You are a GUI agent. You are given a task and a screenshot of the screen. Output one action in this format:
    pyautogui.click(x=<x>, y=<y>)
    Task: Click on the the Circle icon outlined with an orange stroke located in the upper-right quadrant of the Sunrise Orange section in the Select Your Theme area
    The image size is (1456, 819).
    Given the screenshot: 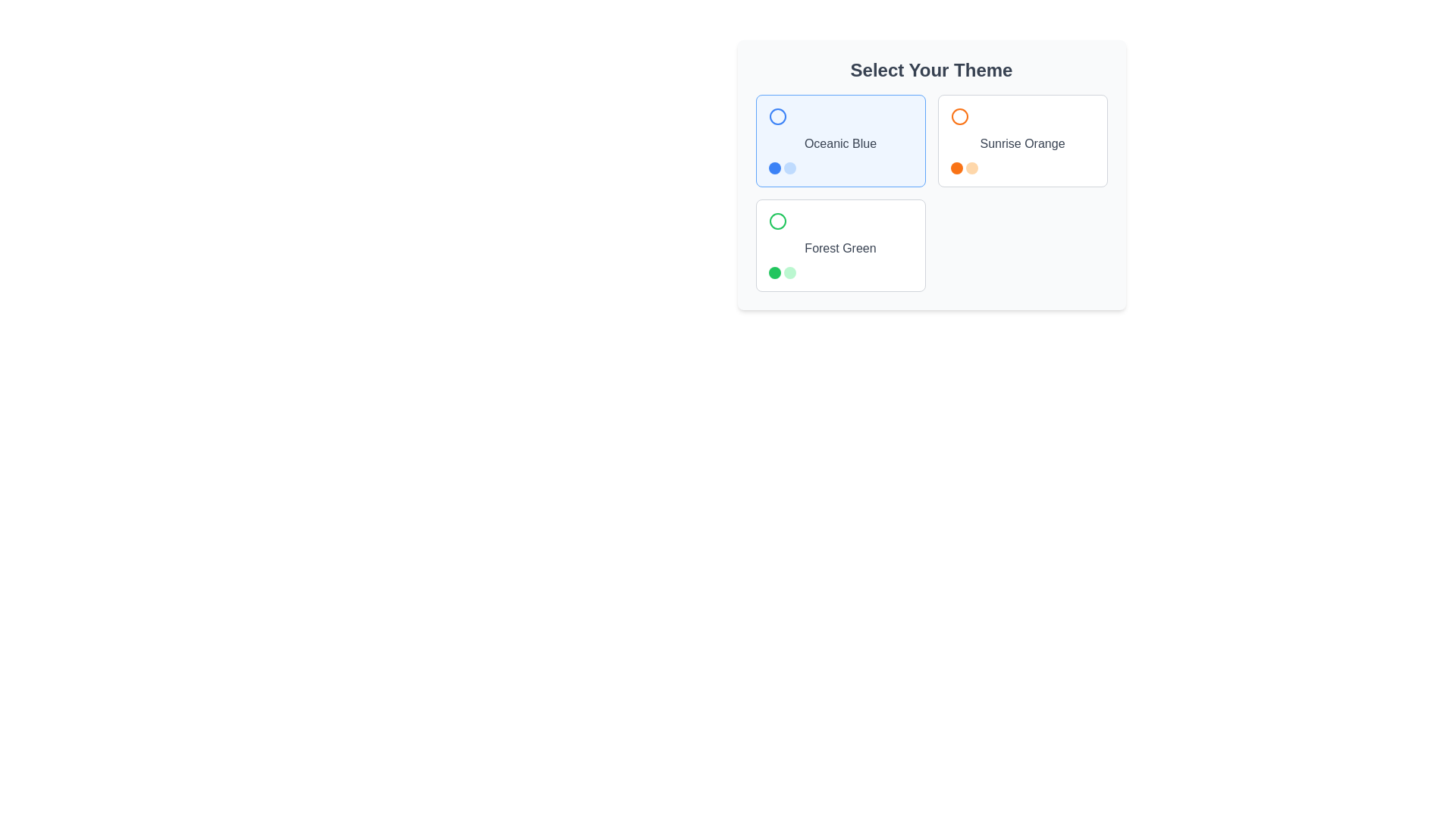 What is the action you would take?
    pyautogui.click(x=959, y=116)
    